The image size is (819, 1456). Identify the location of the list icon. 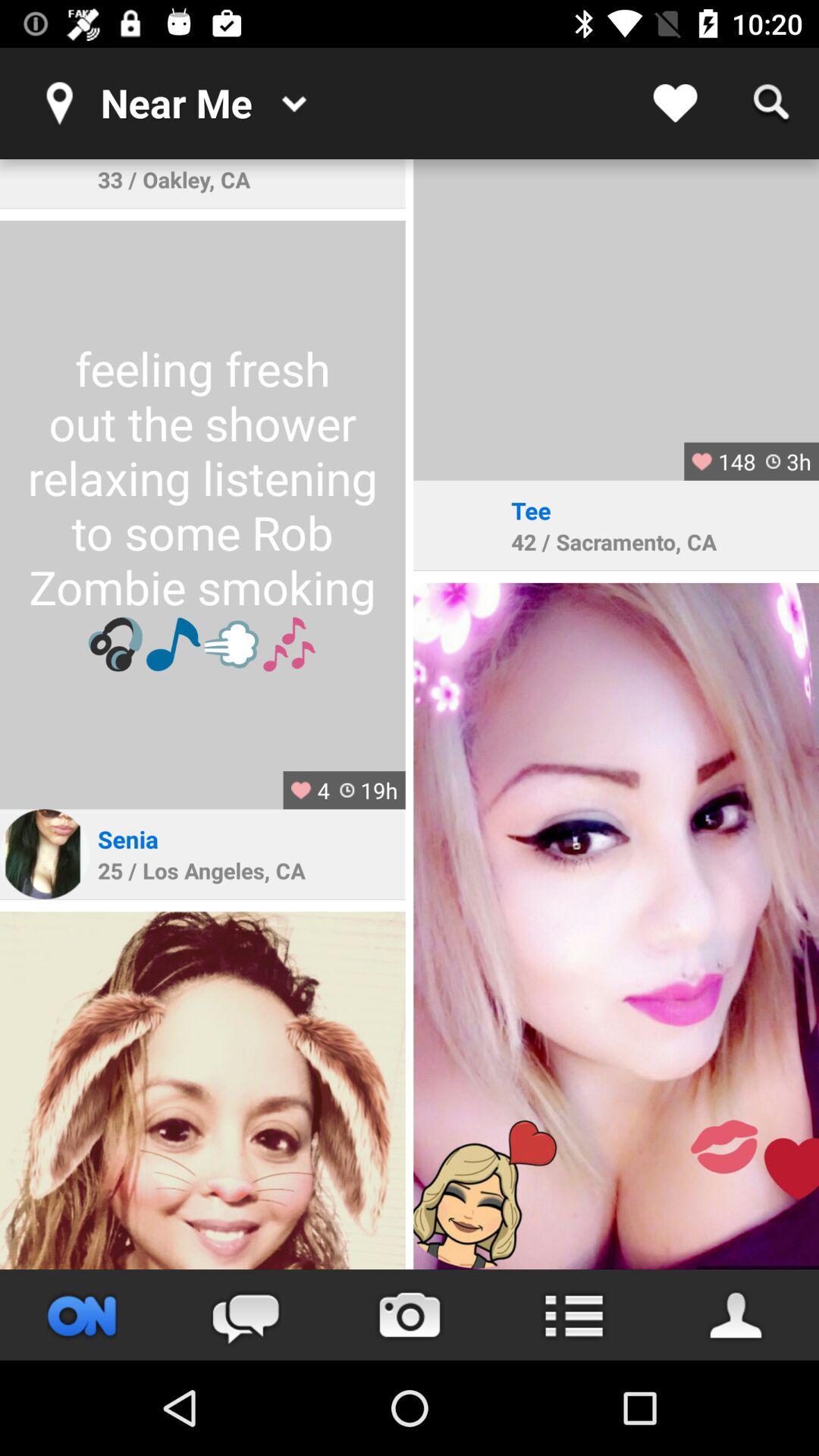
(573, 1314).